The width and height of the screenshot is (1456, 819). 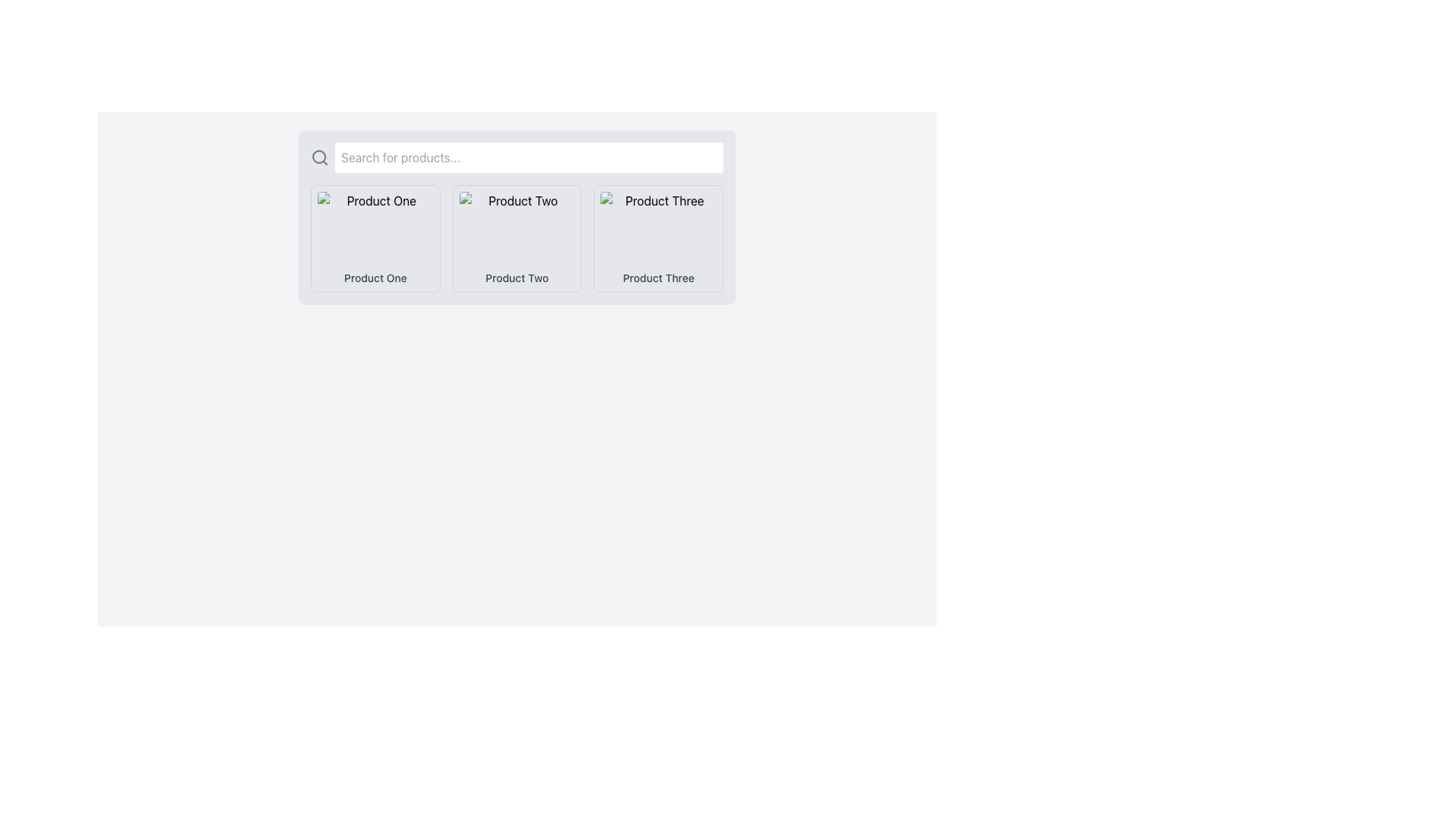 What do you see at coordinates (516, 227) in the screenshot?
I see `the image representing 'Product Two', which serves as a visual preview for user identification` at bounding box center [516, 227].